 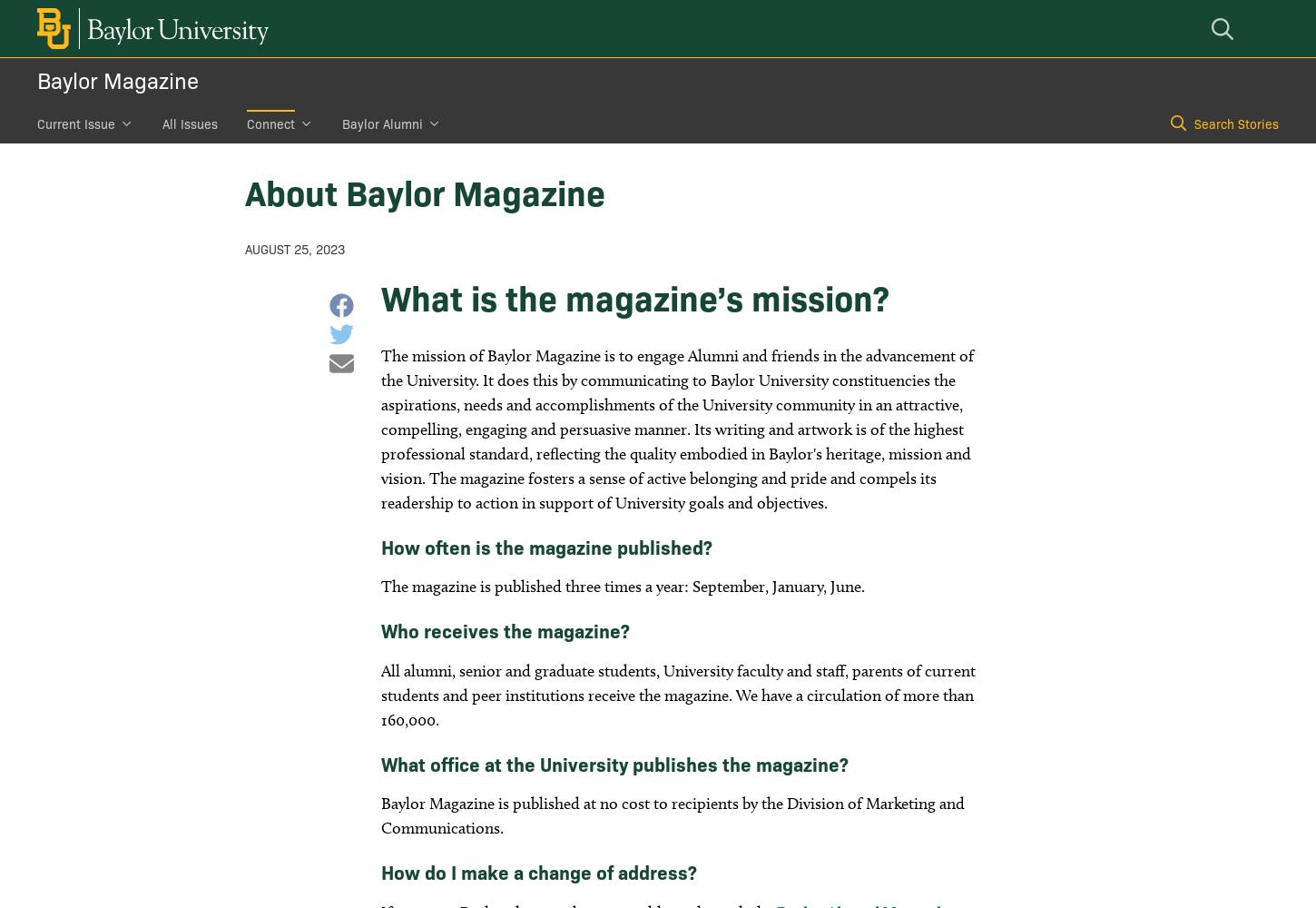 What do you see at coordinates (244, 190) in the screenshot?
I see `'About Baylor Magazine'` at bounding box center [244, 190].